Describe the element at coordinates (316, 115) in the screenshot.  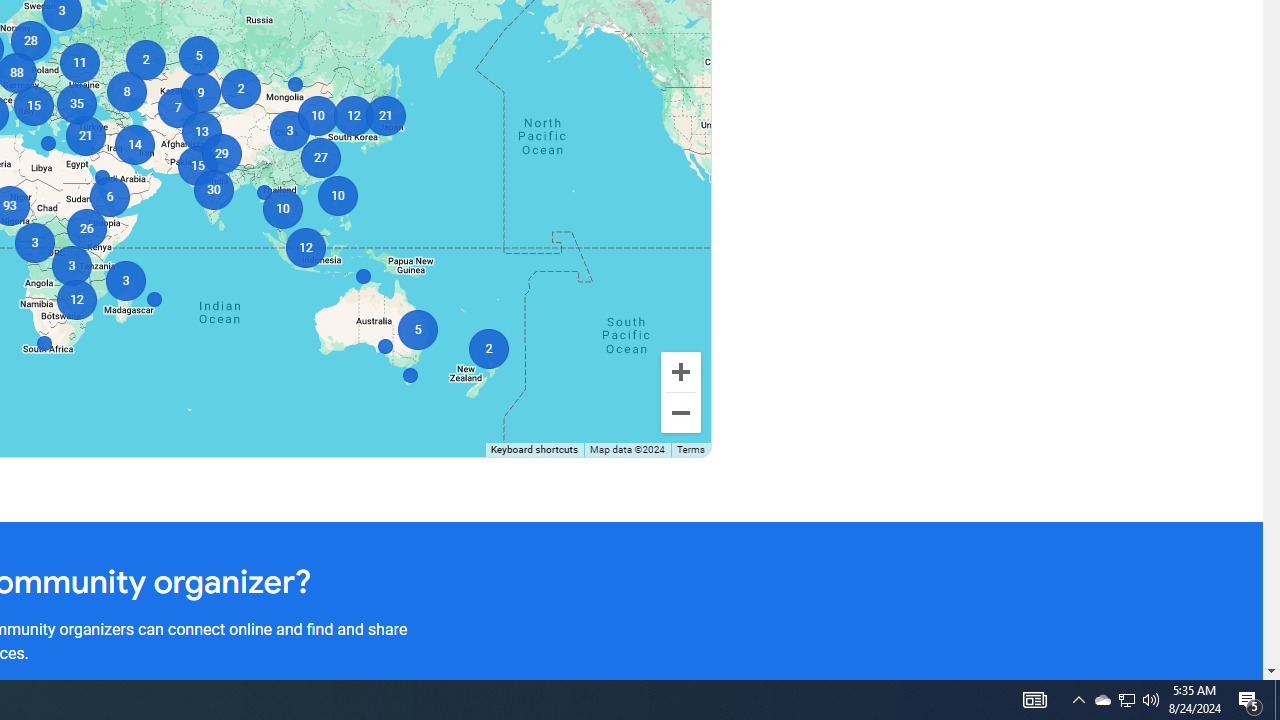
I see `'10'` at that location.